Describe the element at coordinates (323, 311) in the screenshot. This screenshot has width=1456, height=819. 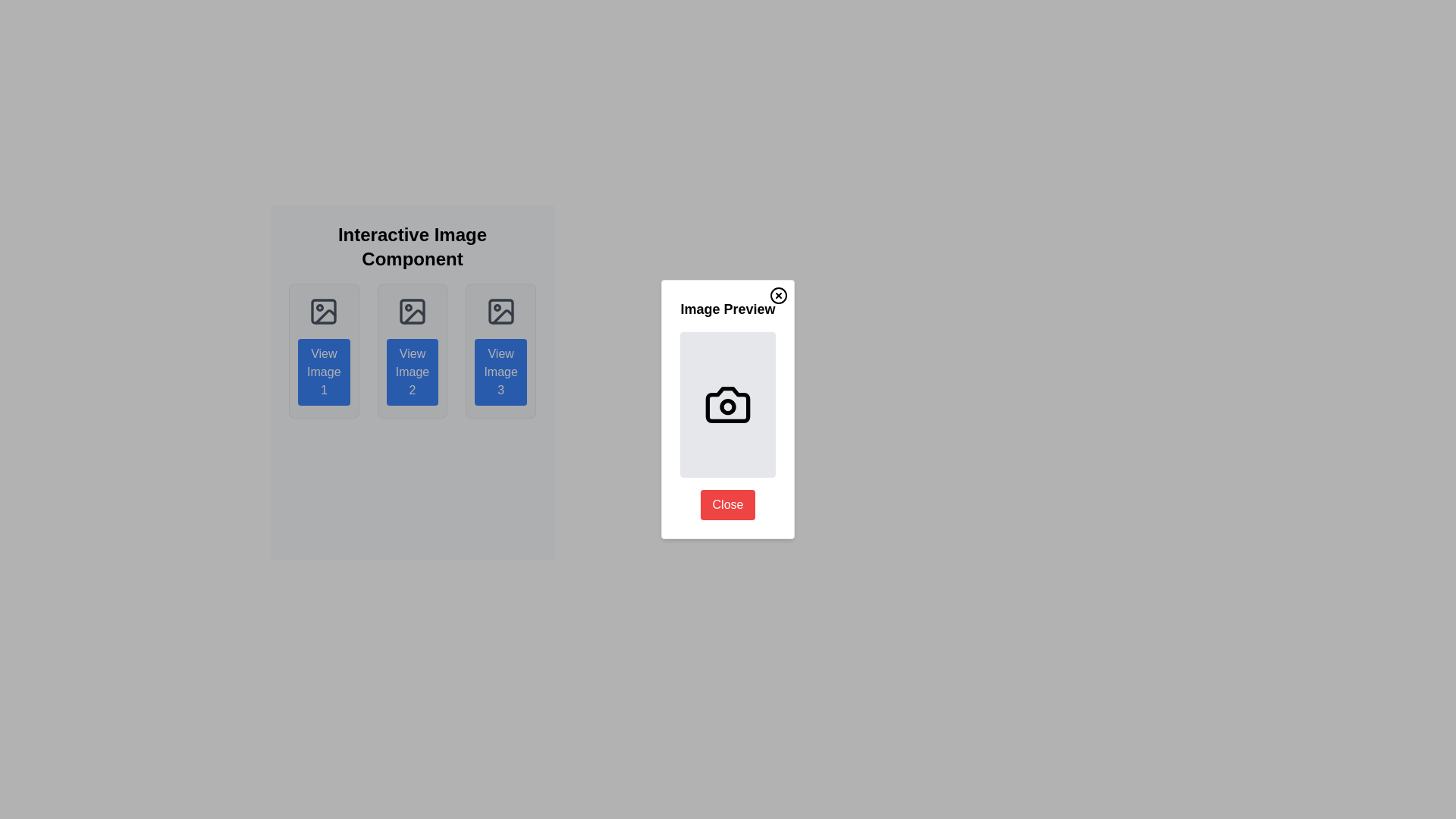
I see `the visual representation of the first icon in the row of three icons within the 'Interactive Image Component' section, which is located above the 'View Image 1' button` at that location.